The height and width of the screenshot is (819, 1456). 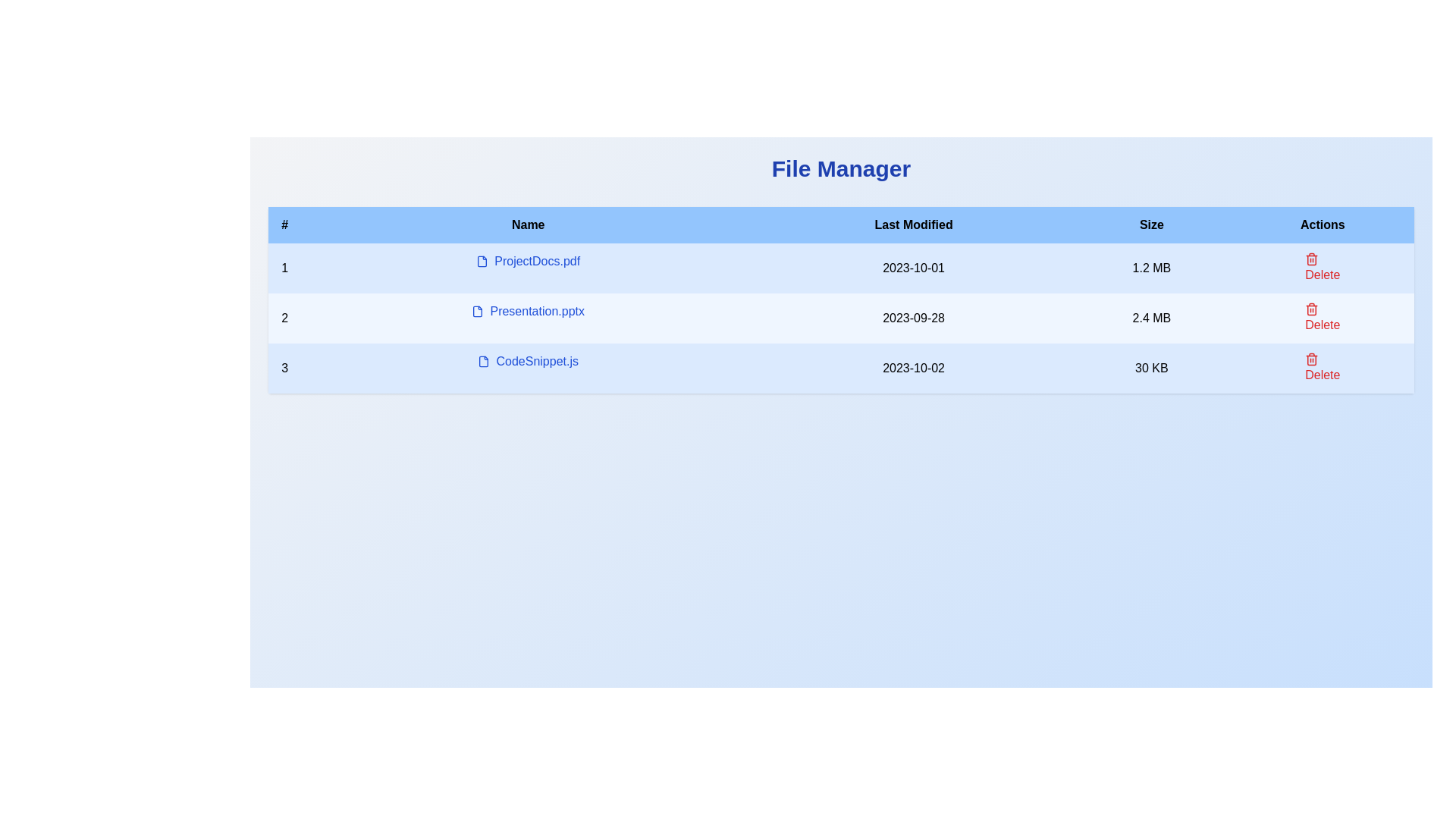 I want to click on the delete icon in the 'Actions' column of the 'File Manager' application, located next to 'CodeSnippet.js', to potentially reveal a tooltip, so click(x=1311, y=359).